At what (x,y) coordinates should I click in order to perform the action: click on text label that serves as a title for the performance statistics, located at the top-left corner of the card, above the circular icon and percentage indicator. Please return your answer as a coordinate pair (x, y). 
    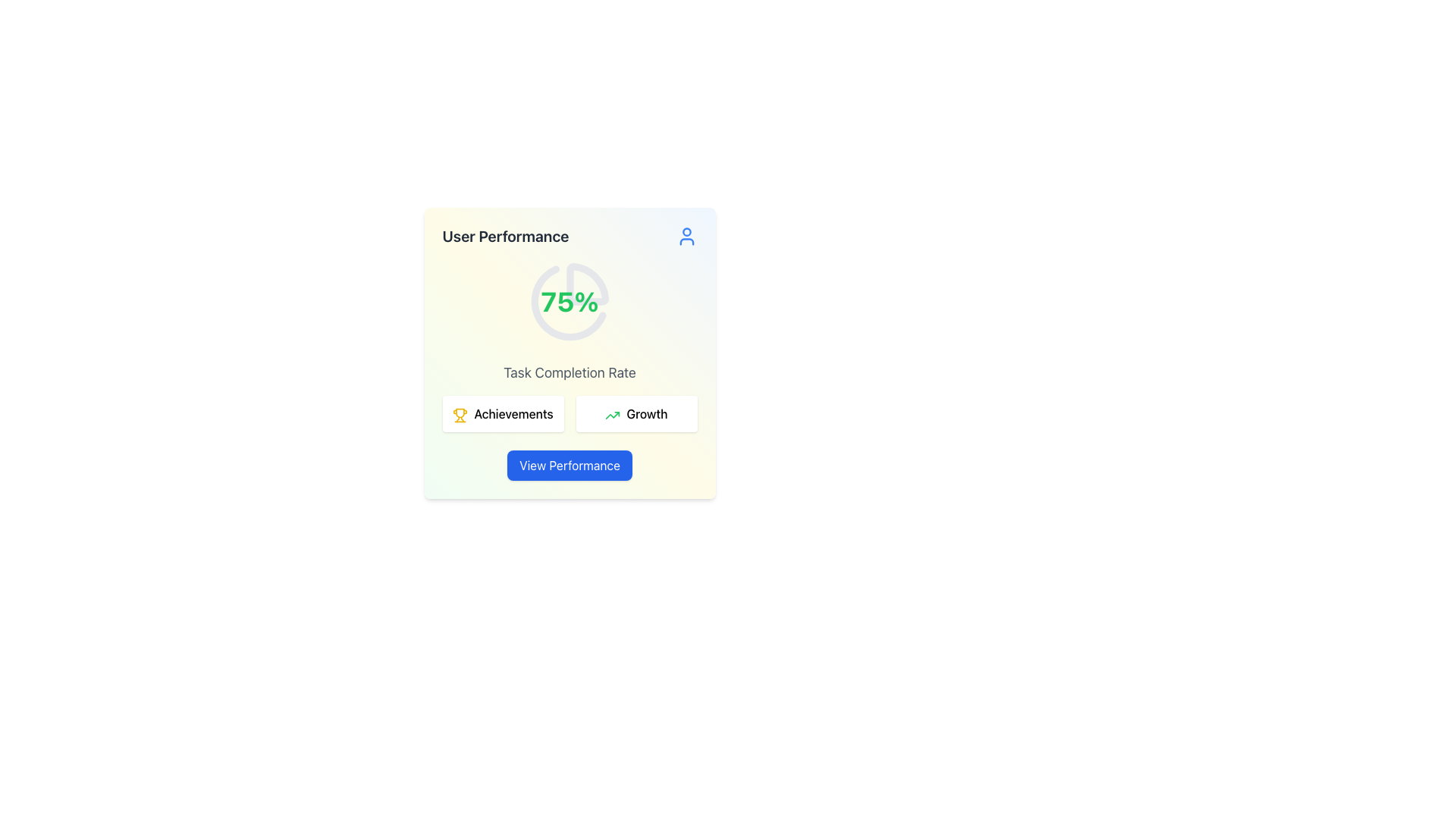
    Looking at the image, I should click on (506, 237).